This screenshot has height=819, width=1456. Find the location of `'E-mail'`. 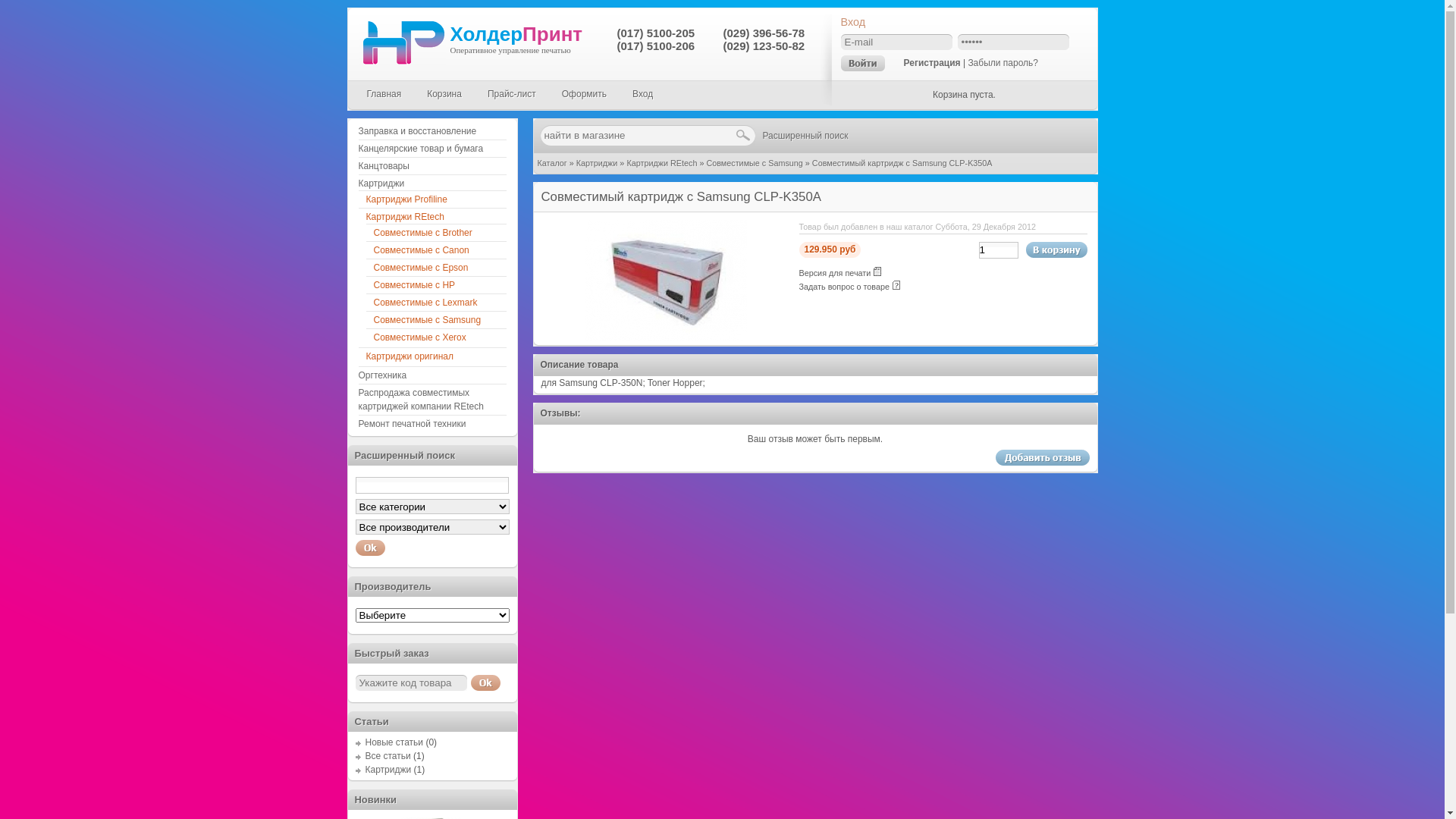

'E-mail' is located at coordinates (896, 41).